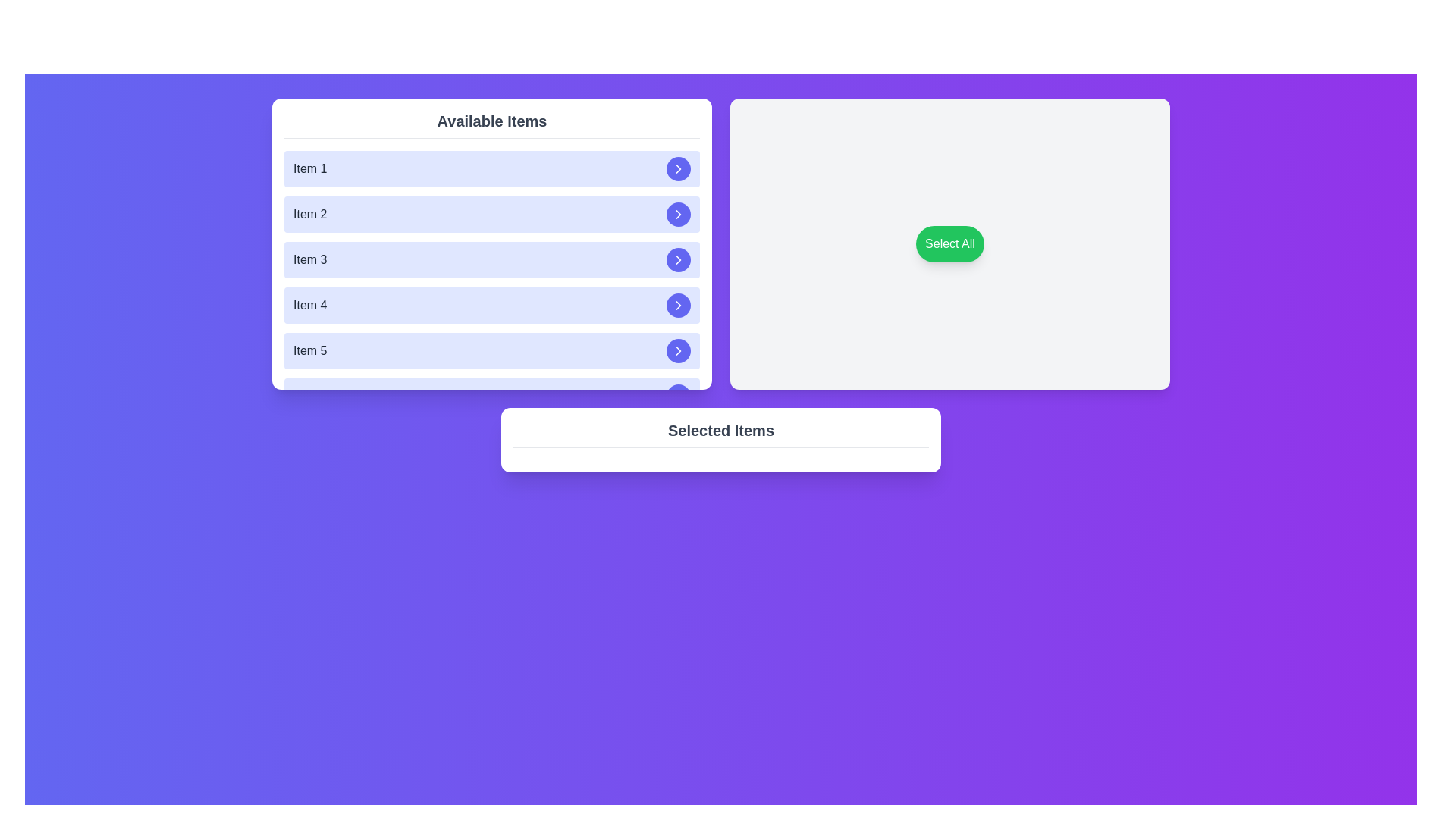 The height and width of the screenshot is (819, 1456). Describe the element at coordinates (491, 214) in the screenshot. I see `the second selectable list item in the 'Available Items' list` at that location.